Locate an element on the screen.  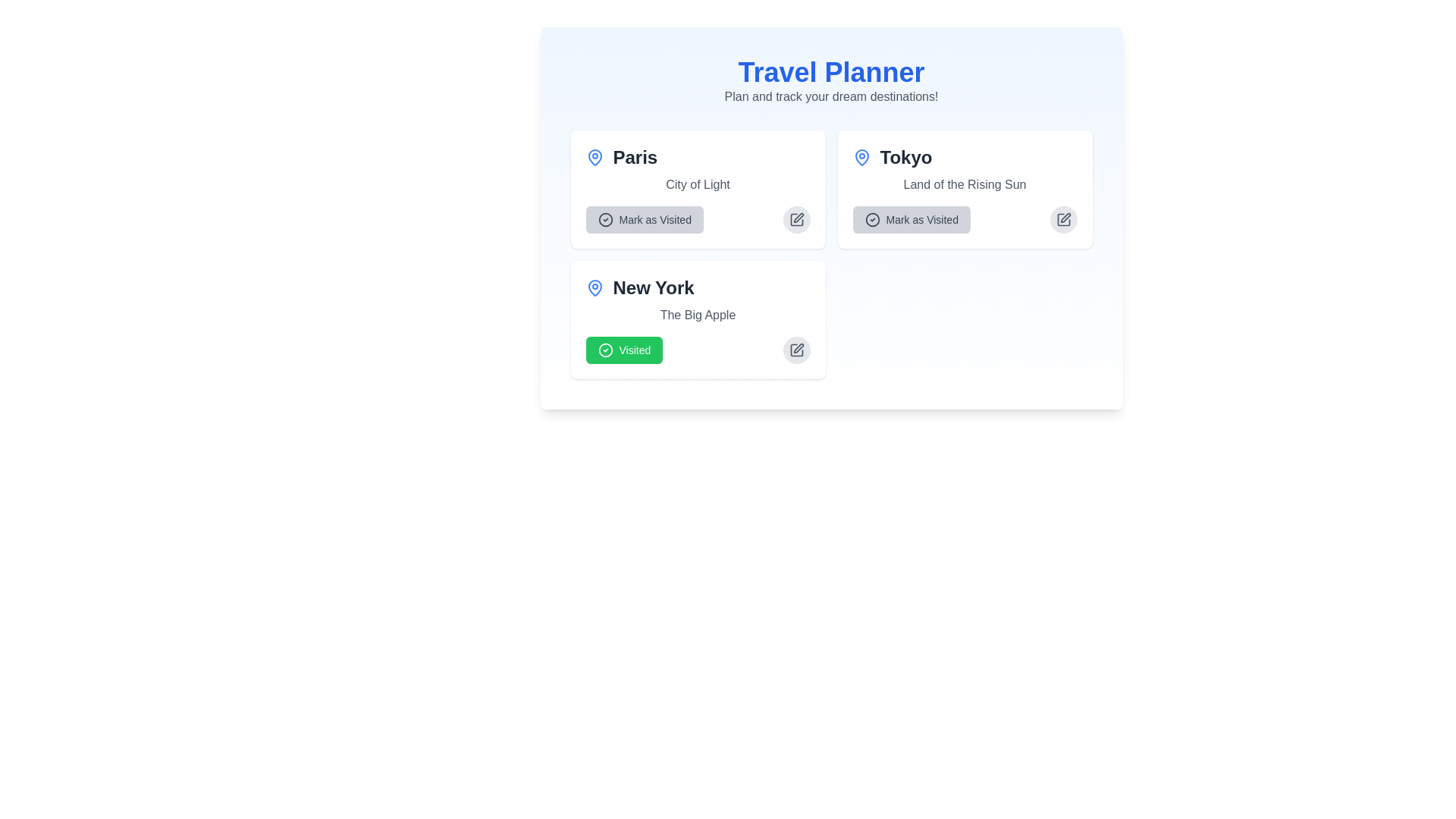
the destination is located at coordinates (635, 158).